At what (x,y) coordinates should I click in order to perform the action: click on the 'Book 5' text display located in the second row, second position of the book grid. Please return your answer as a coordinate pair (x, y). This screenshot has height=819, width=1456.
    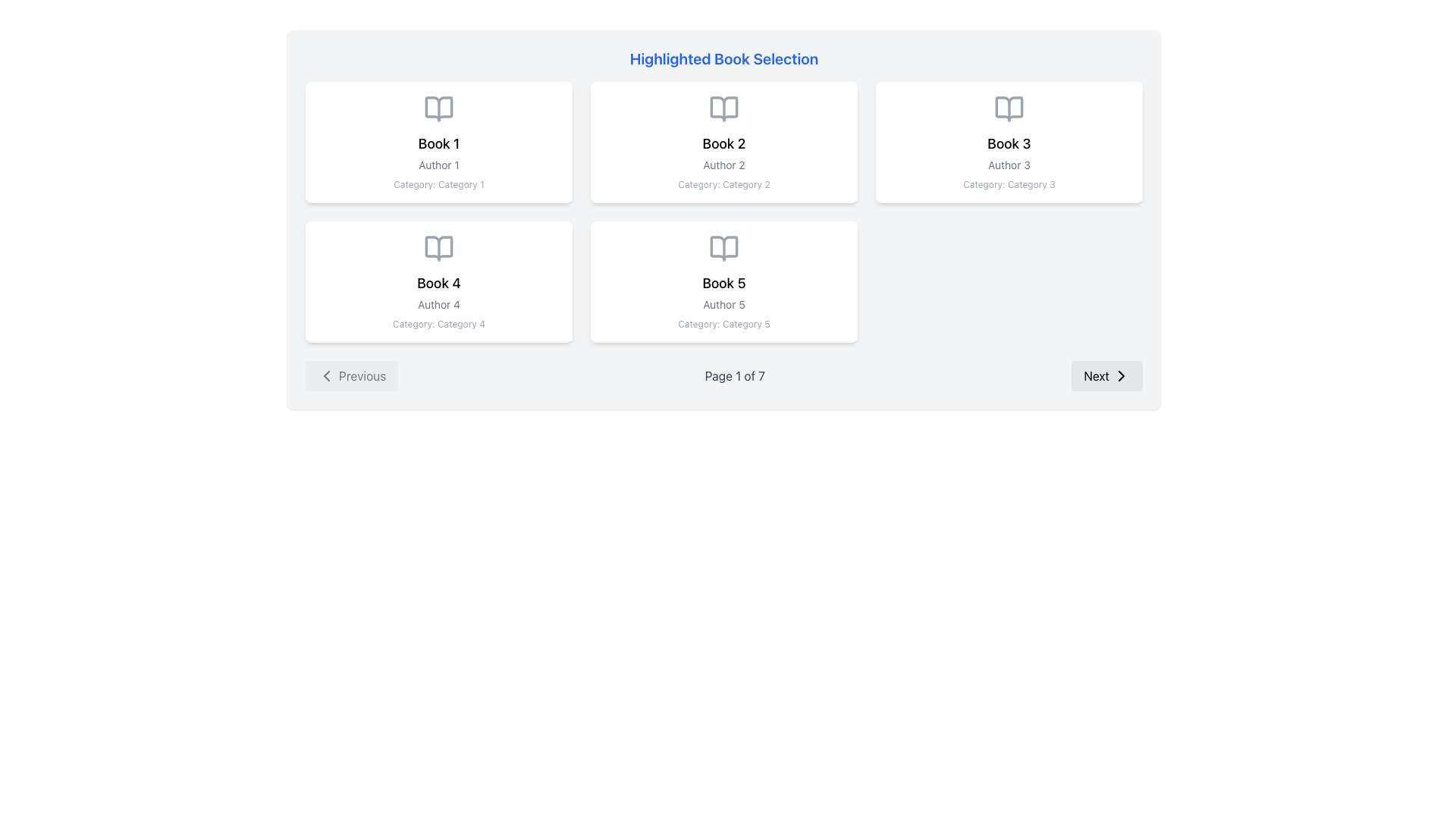
    Looking at the image, I should click on (723, 284).